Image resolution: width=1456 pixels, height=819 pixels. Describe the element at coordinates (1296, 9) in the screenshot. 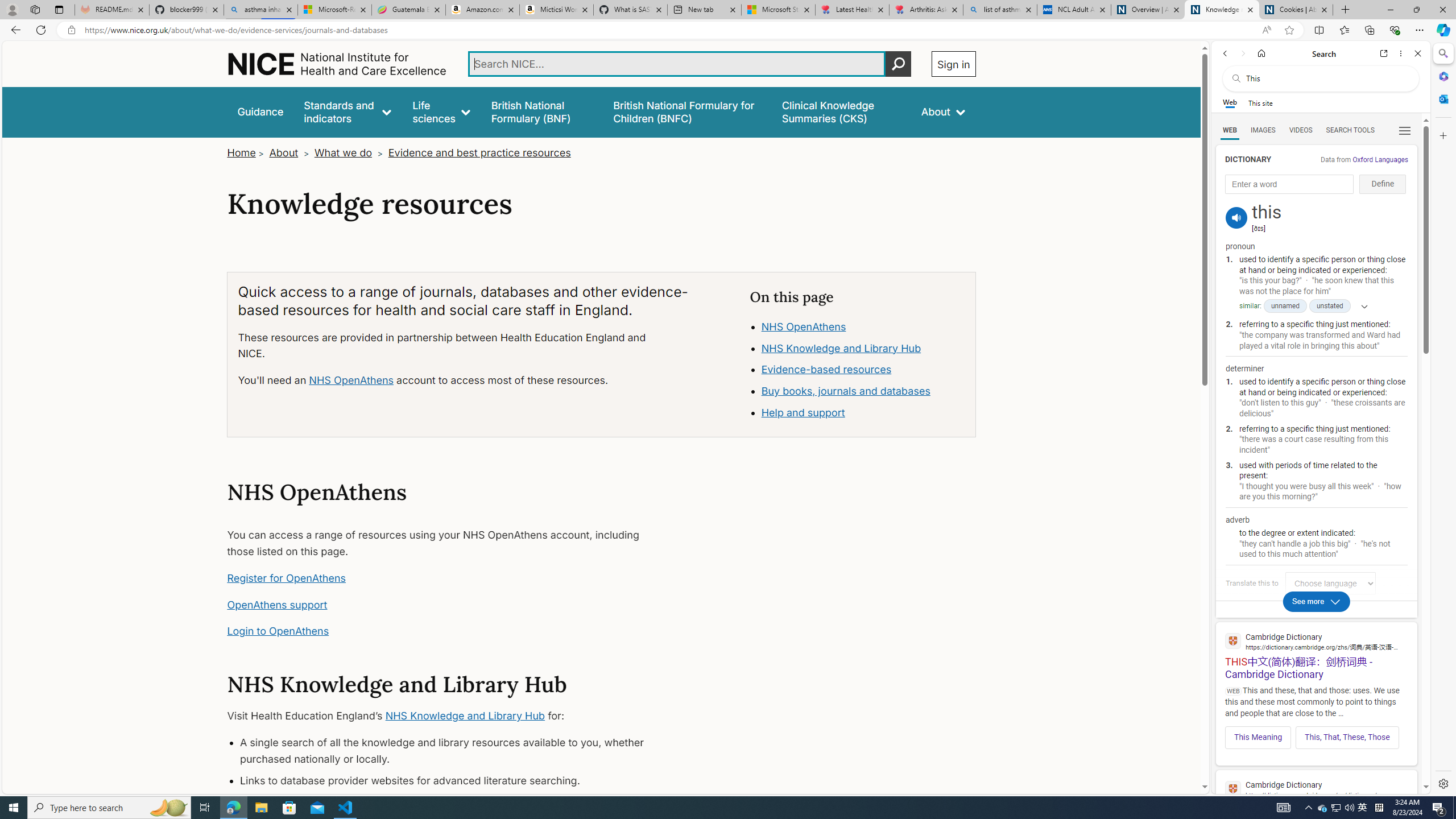

I see `'Cookies | About | NICE'` at that location.